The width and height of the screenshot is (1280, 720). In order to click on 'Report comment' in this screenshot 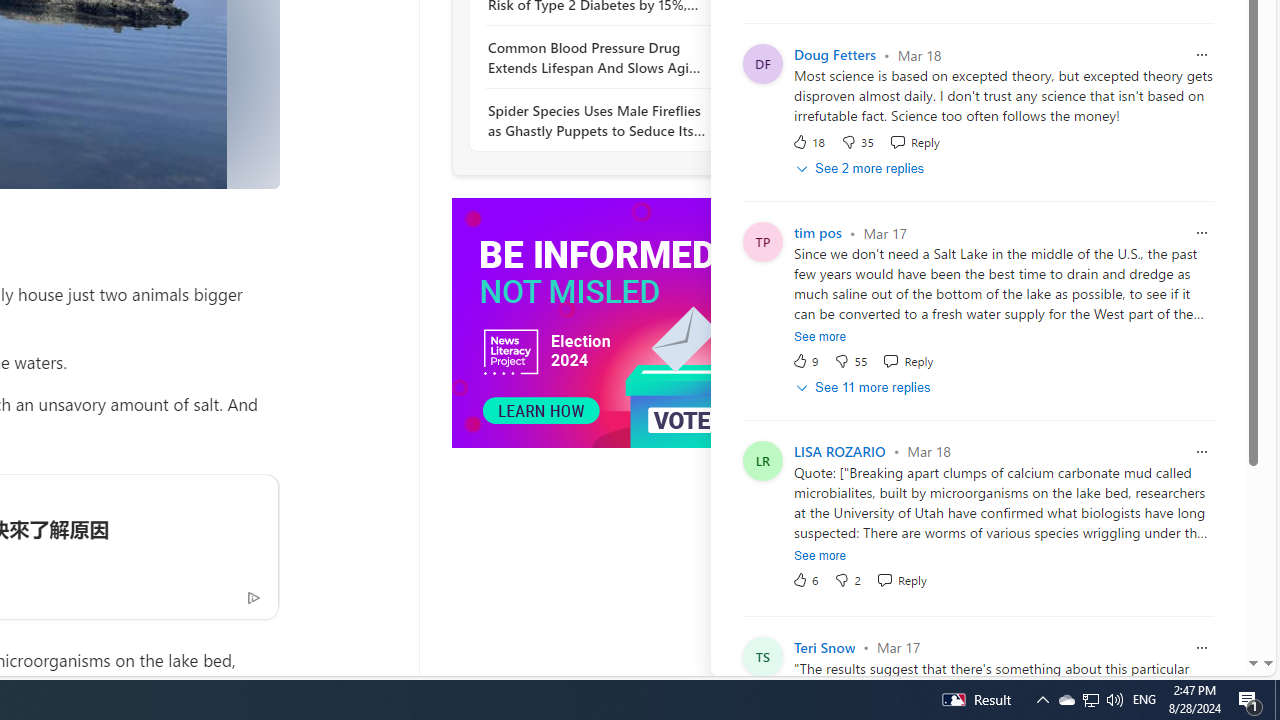, I will do `click(1200, 647)`.